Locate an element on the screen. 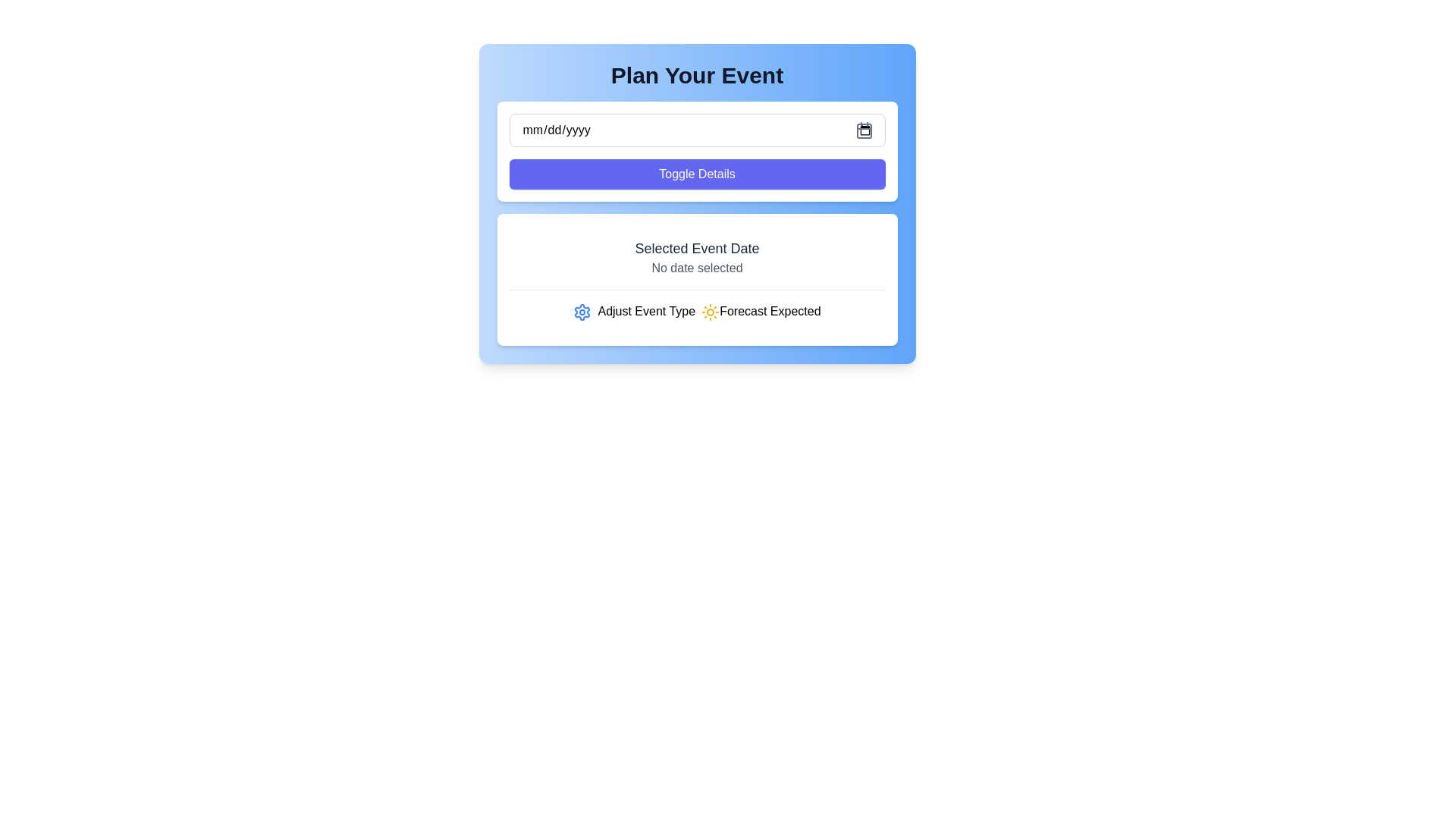  the icons of the Label with graphical elements that displays or modifies event attributes, located beneath the 'Selected Event Date' section is located at coordinates (696, 310).